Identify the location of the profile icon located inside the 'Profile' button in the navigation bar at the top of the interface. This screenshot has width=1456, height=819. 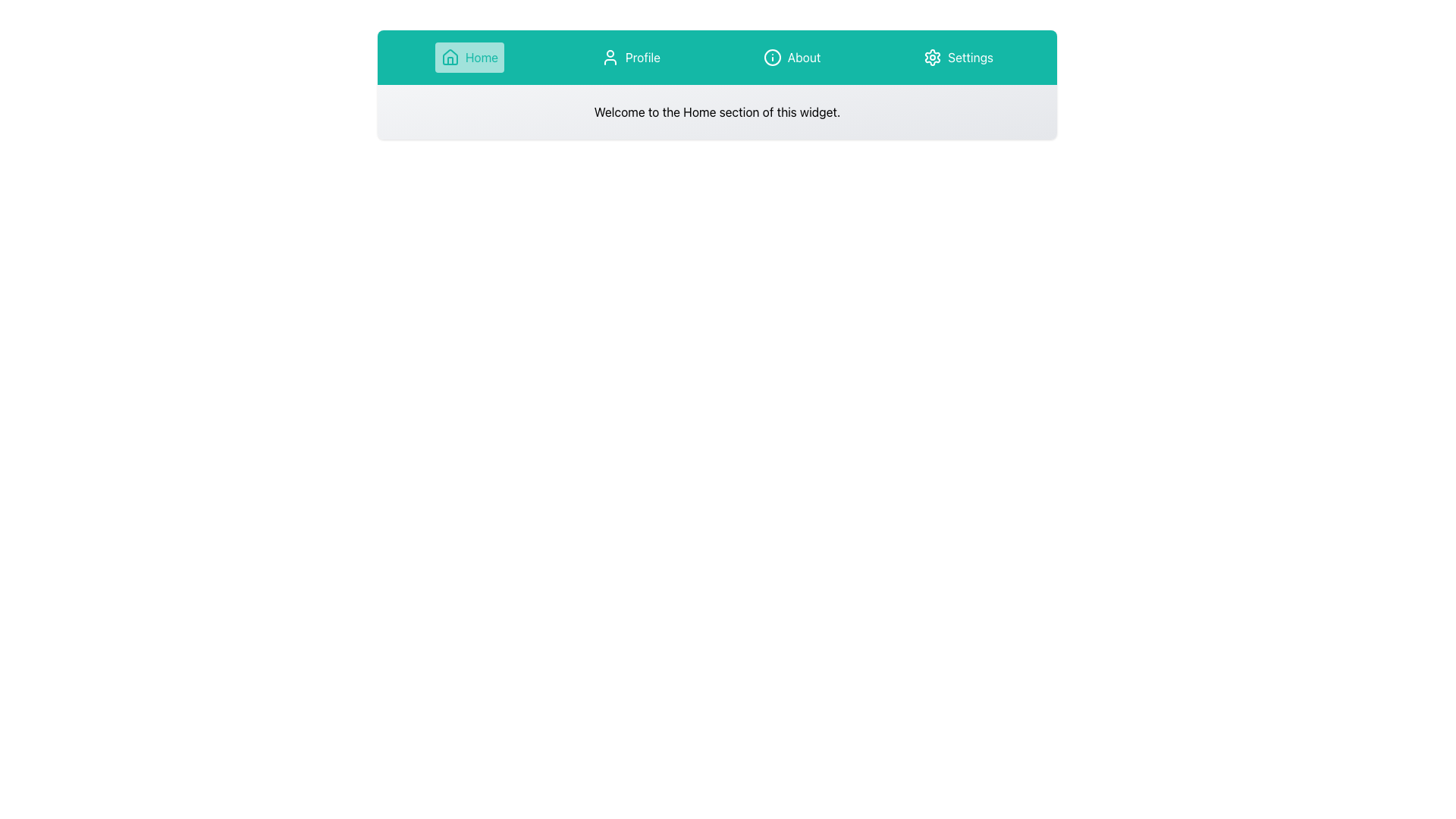
(610, 57).